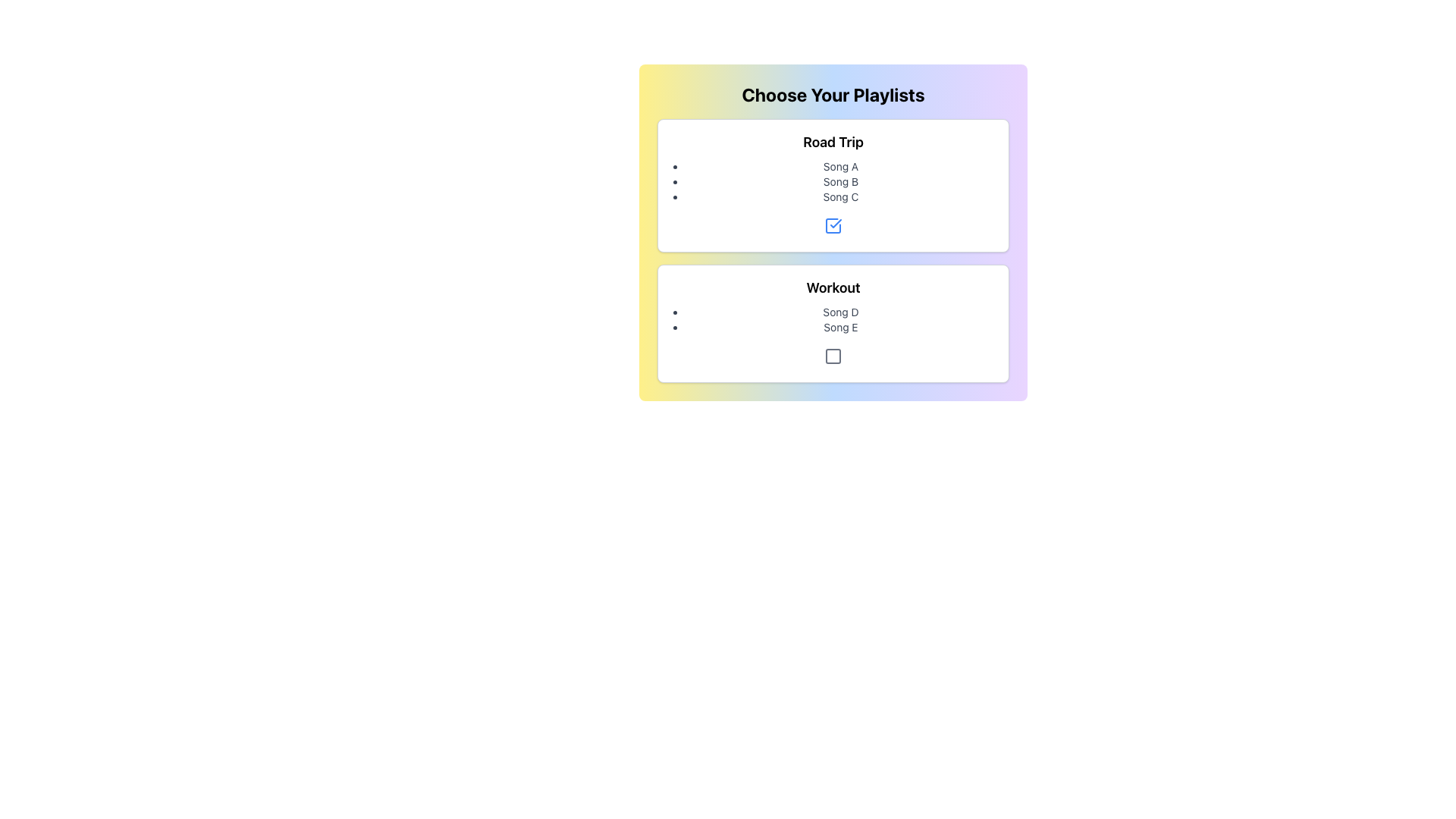 The width and height of the screenshot is (1456, 819). I want to click on the text label displaying 'Song B', which is the second item in the song list, styled in mid-dark gray color, so click(839, 180).